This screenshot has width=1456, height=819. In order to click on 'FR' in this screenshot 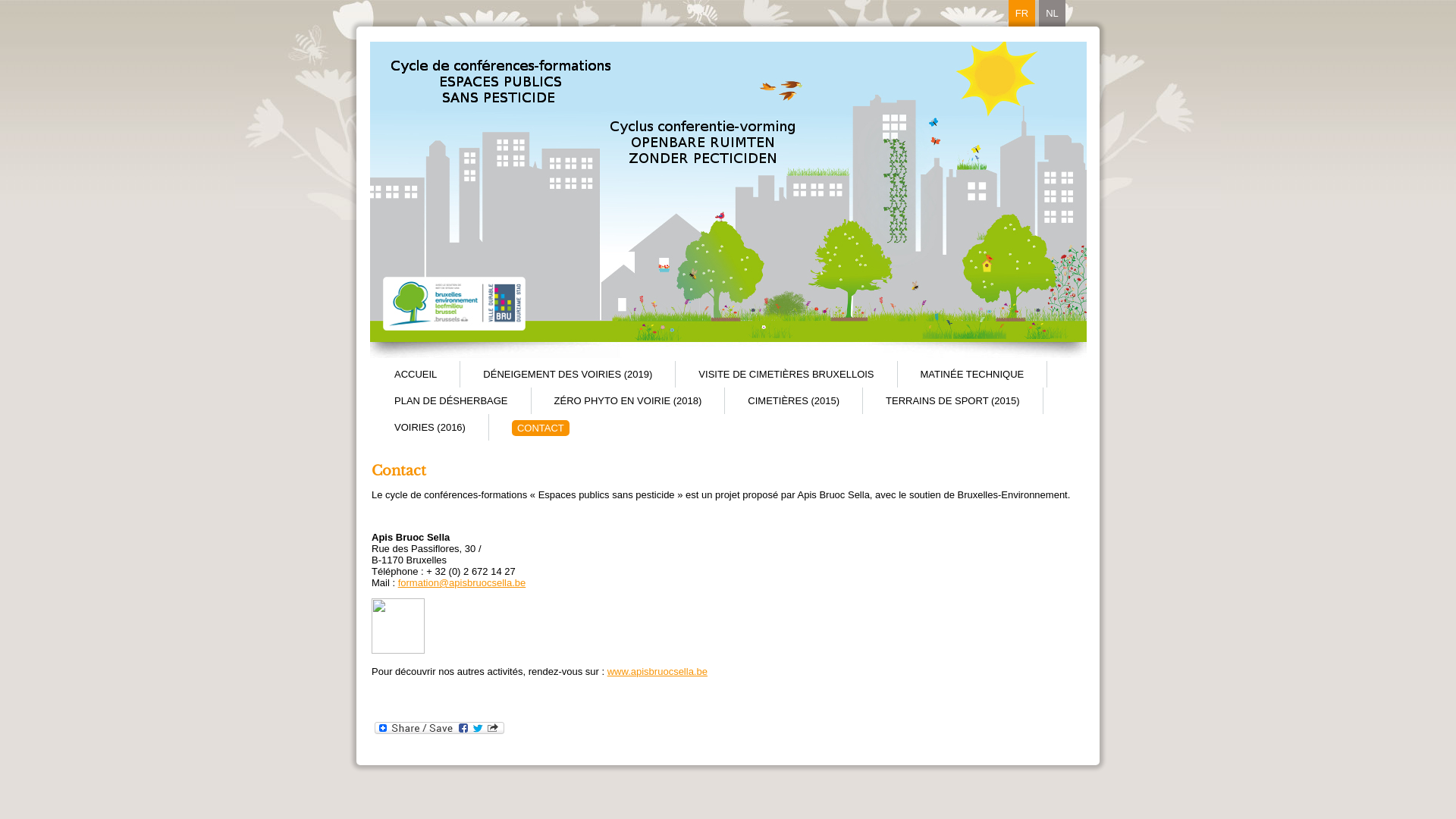, I will do `click(1021, 13)`.